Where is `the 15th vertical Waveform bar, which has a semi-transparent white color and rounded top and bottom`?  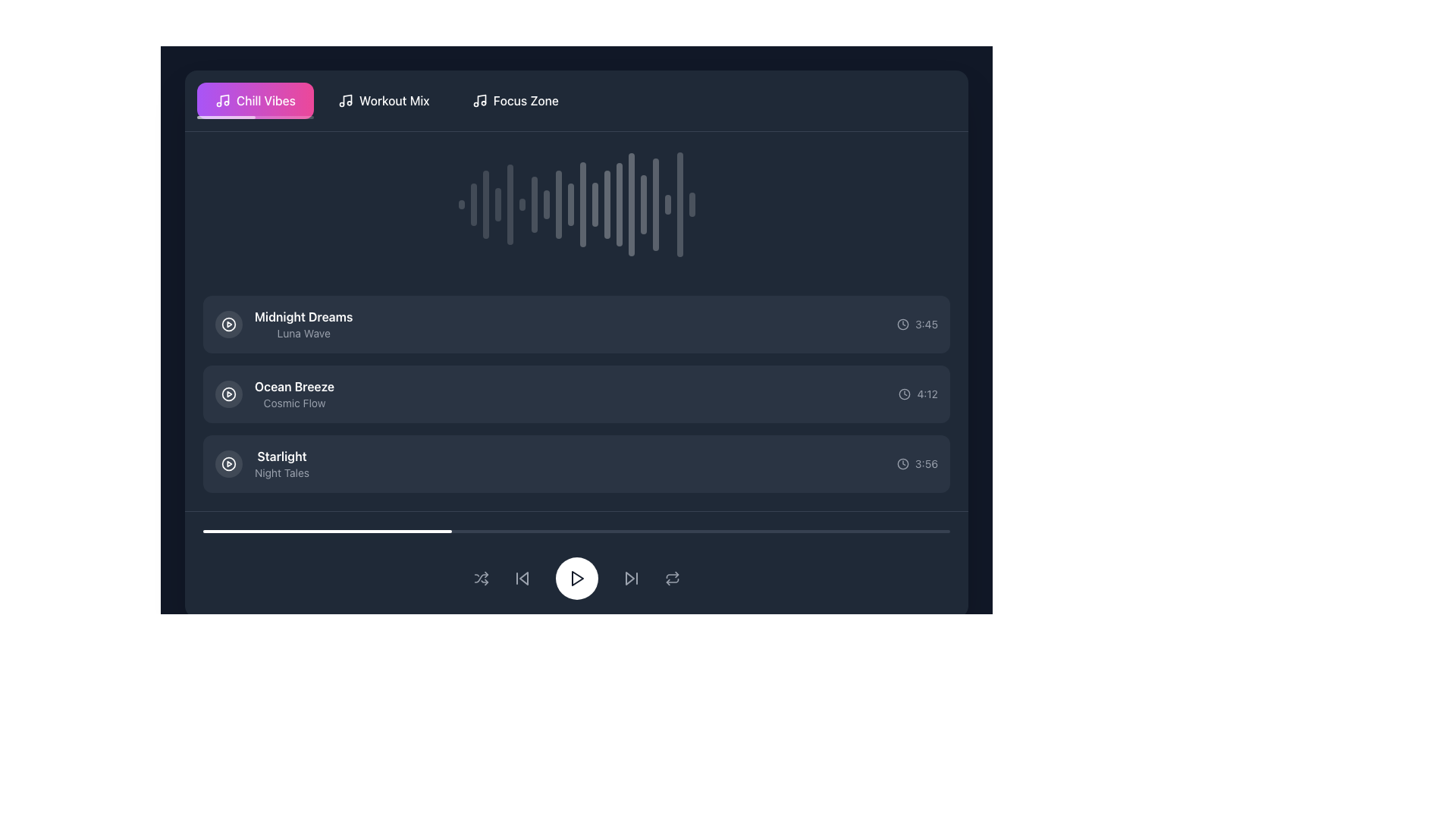
the 15th vertical Waveform bar, which has a semi-transparent white color and rounded top and bottom is located at coordinates (631, 205).